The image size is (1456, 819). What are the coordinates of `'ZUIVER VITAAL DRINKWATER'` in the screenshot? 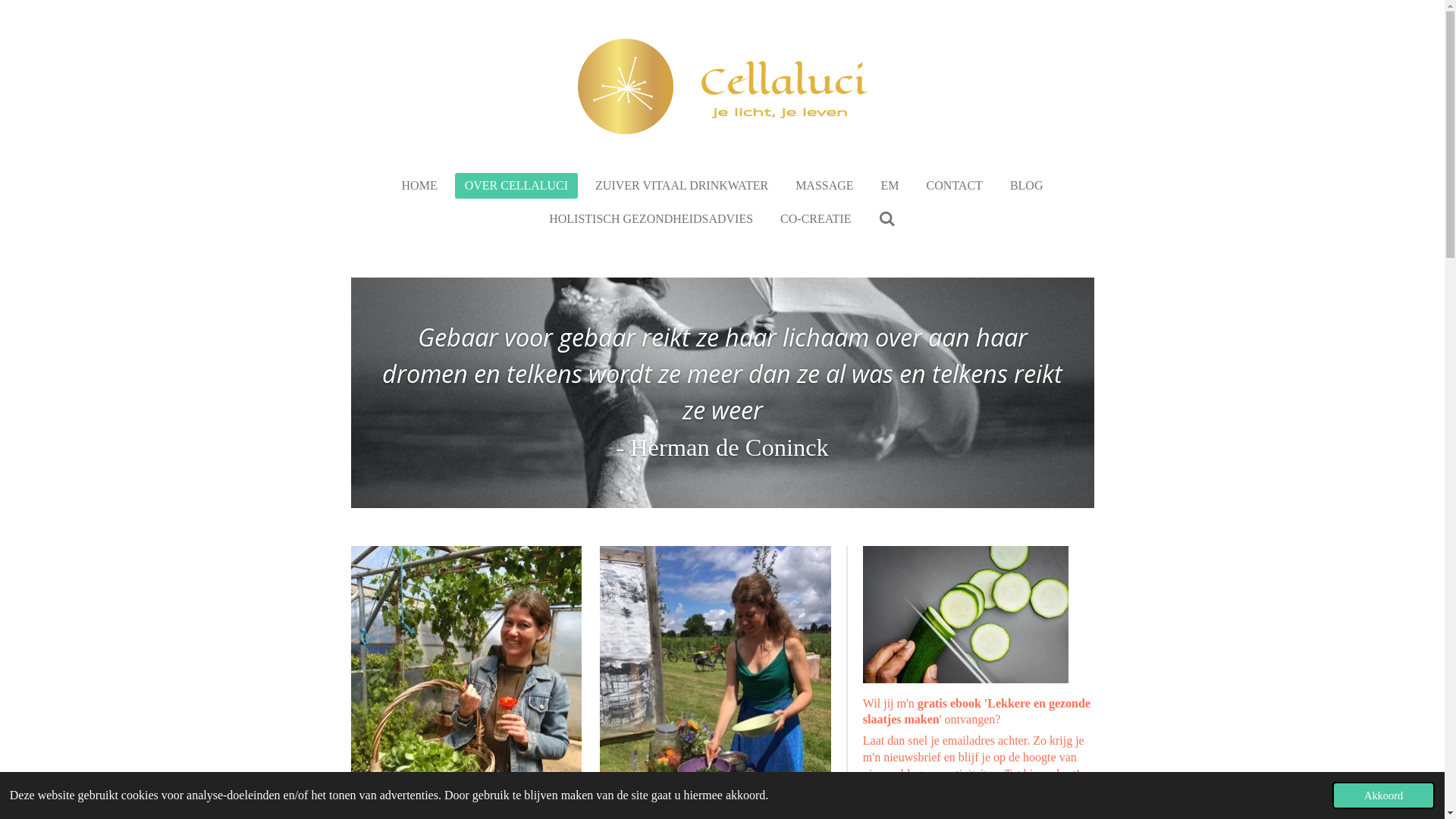 It's located at (585, 185).